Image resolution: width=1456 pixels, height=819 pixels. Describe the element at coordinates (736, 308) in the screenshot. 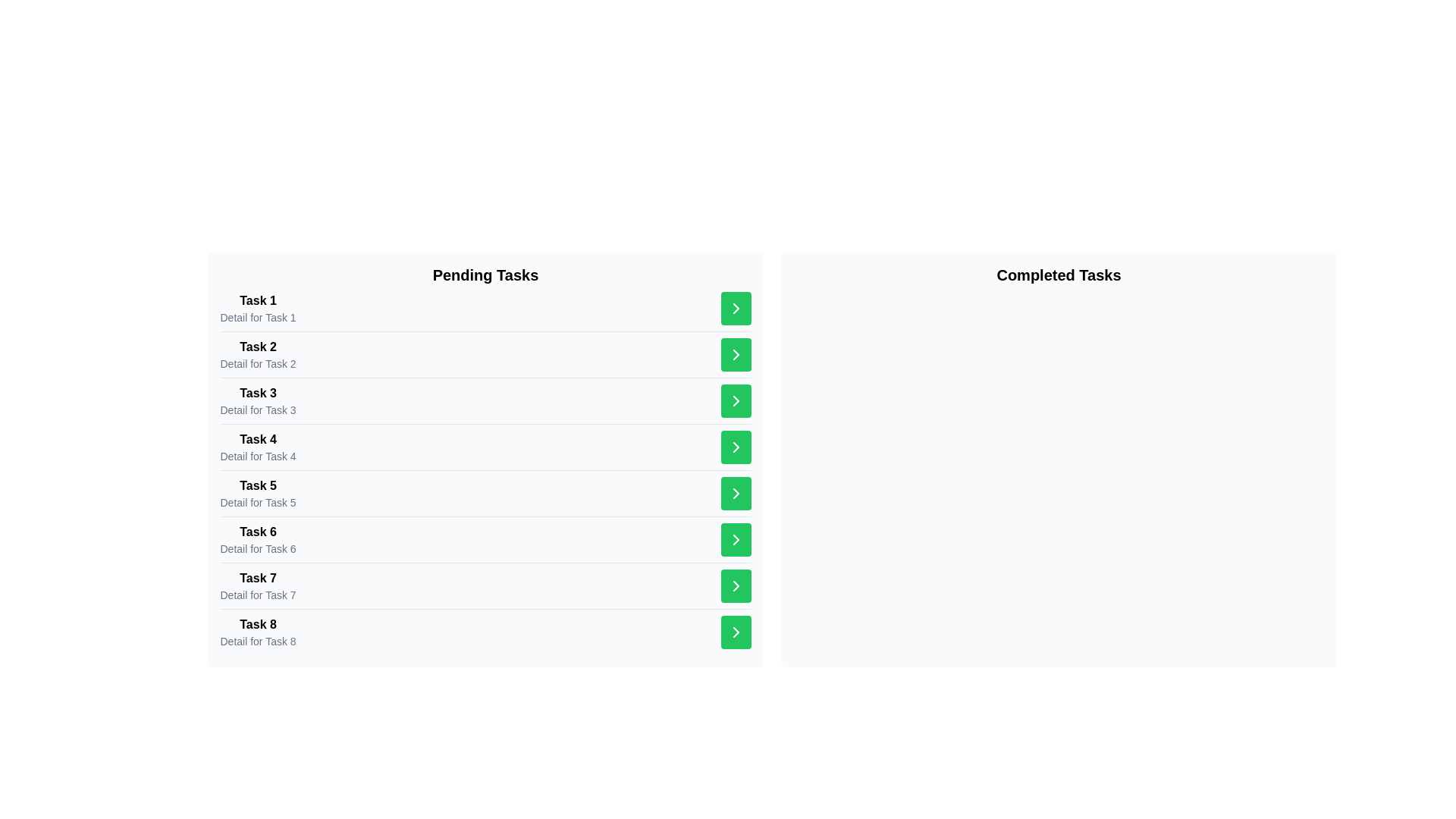

I see `the chevron-right icon element inside the green circular button located to the far right of the first task row under 'Pending Tasks'` at that location.